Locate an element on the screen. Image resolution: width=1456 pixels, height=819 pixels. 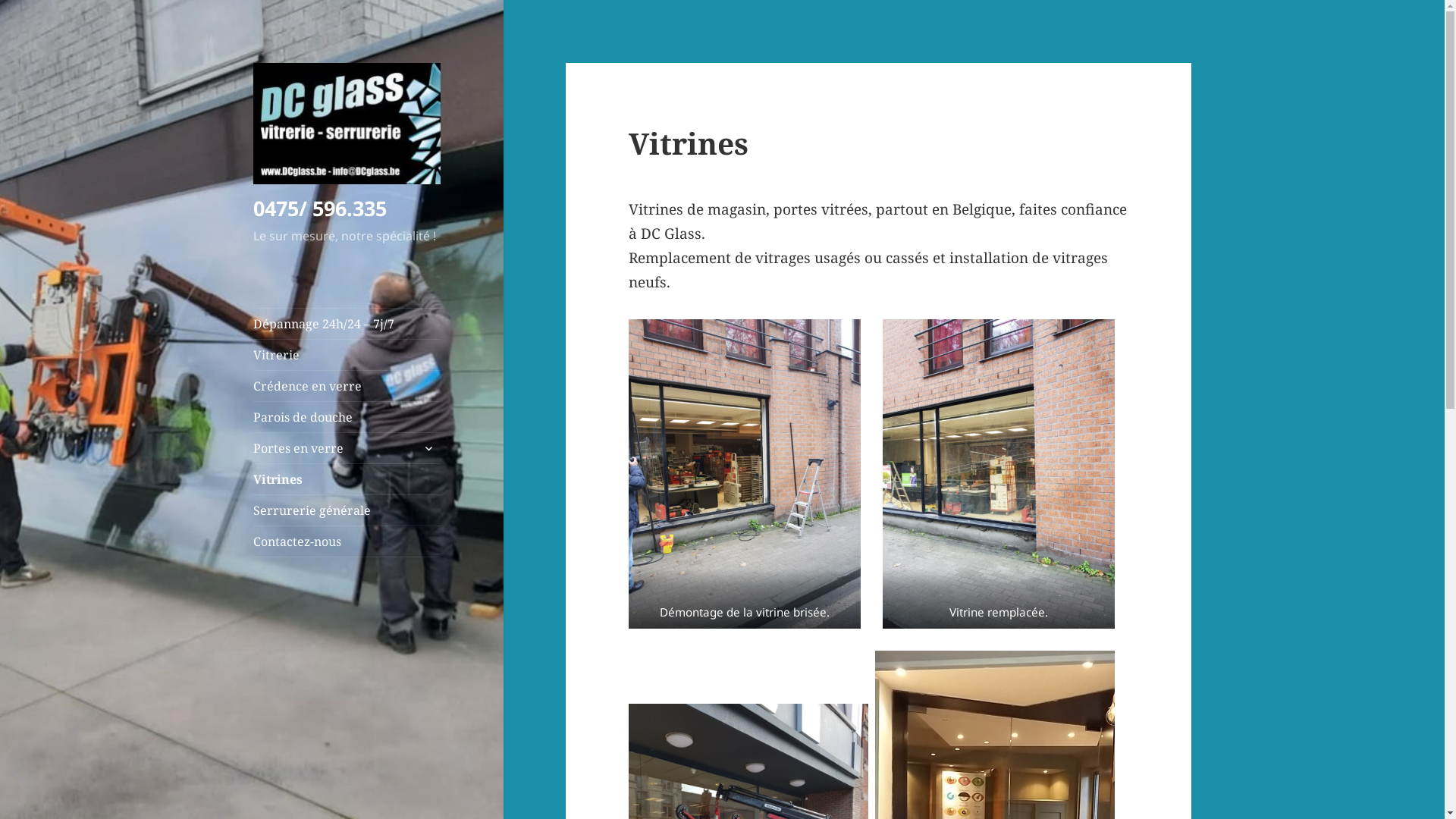
'Portes en verre' is located at coordinates (346, 447).